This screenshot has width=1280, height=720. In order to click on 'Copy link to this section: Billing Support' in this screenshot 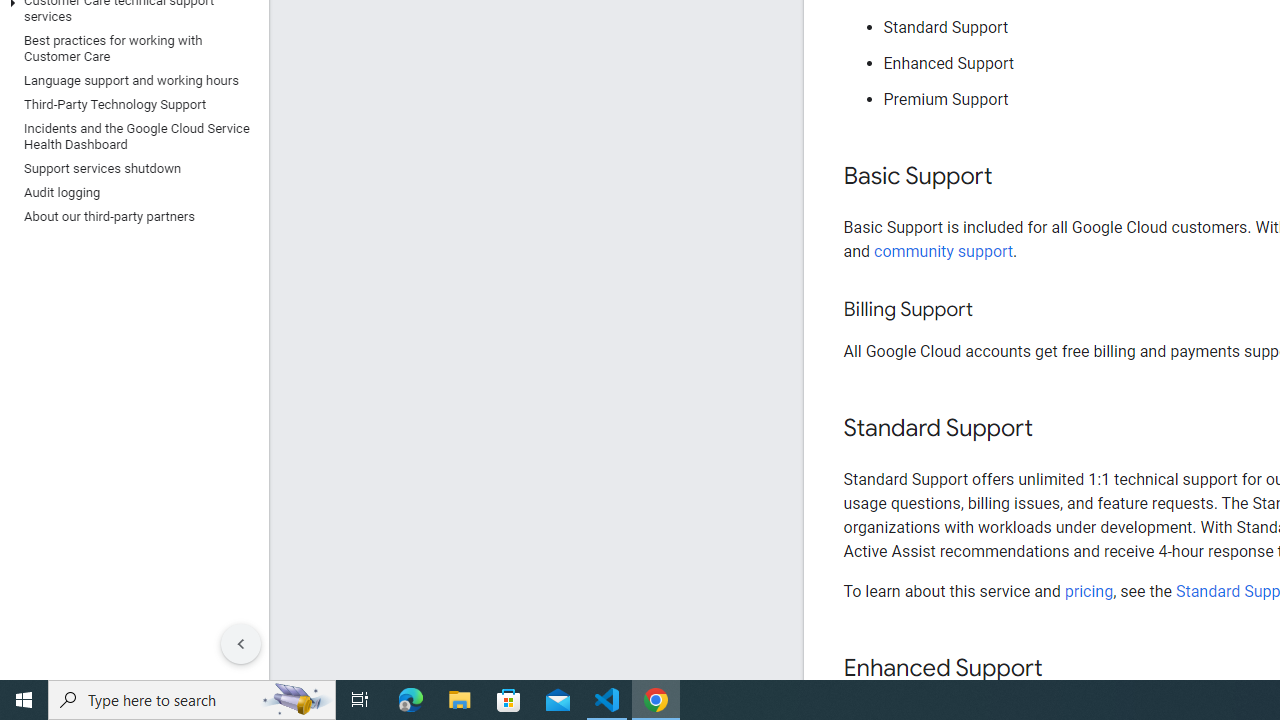, I will do `click(992, 310)`.